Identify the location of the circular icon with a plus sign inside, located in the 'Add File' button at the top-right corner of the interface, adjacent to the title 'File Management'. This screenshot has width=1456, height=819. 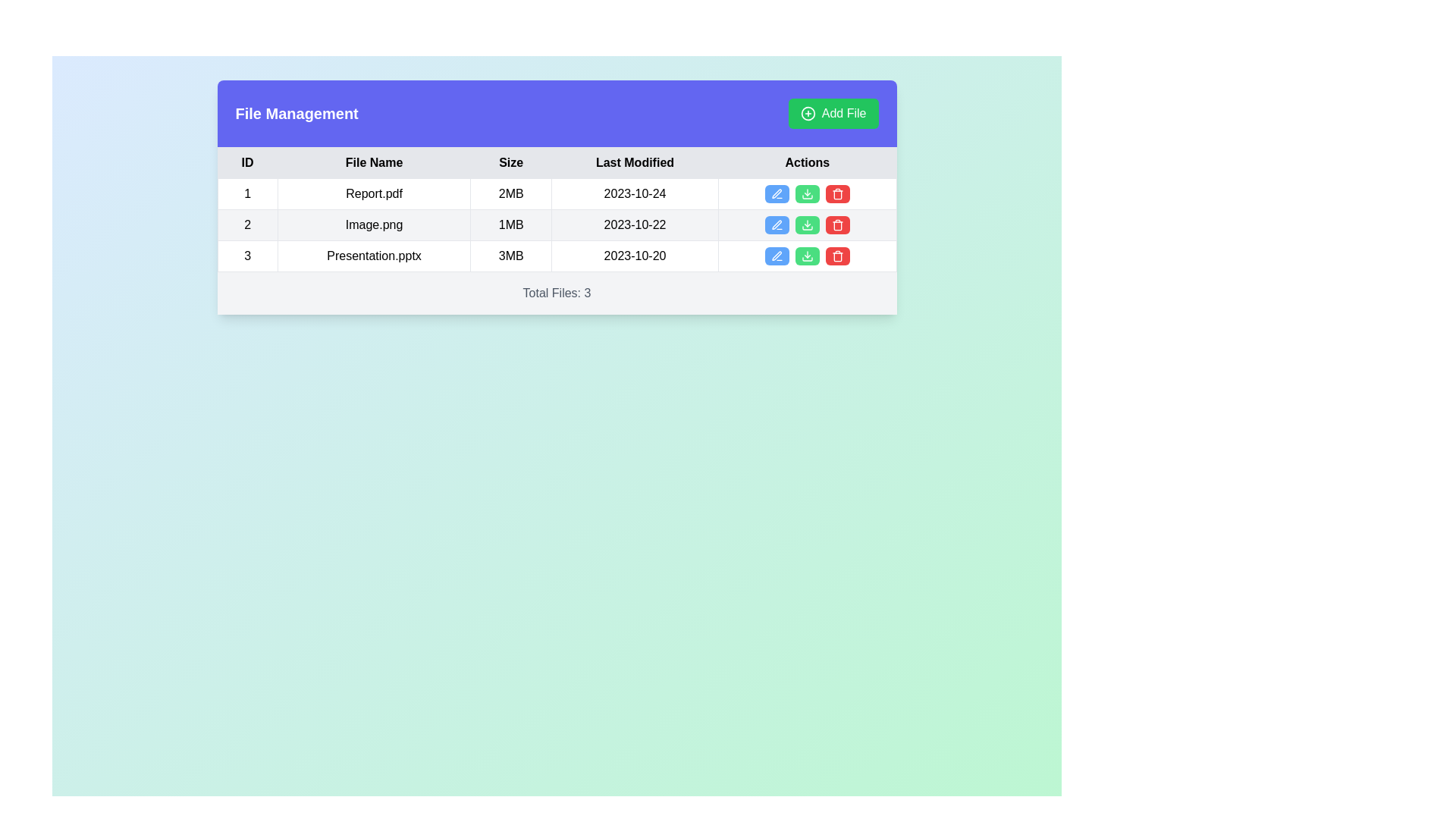
(807, 113).